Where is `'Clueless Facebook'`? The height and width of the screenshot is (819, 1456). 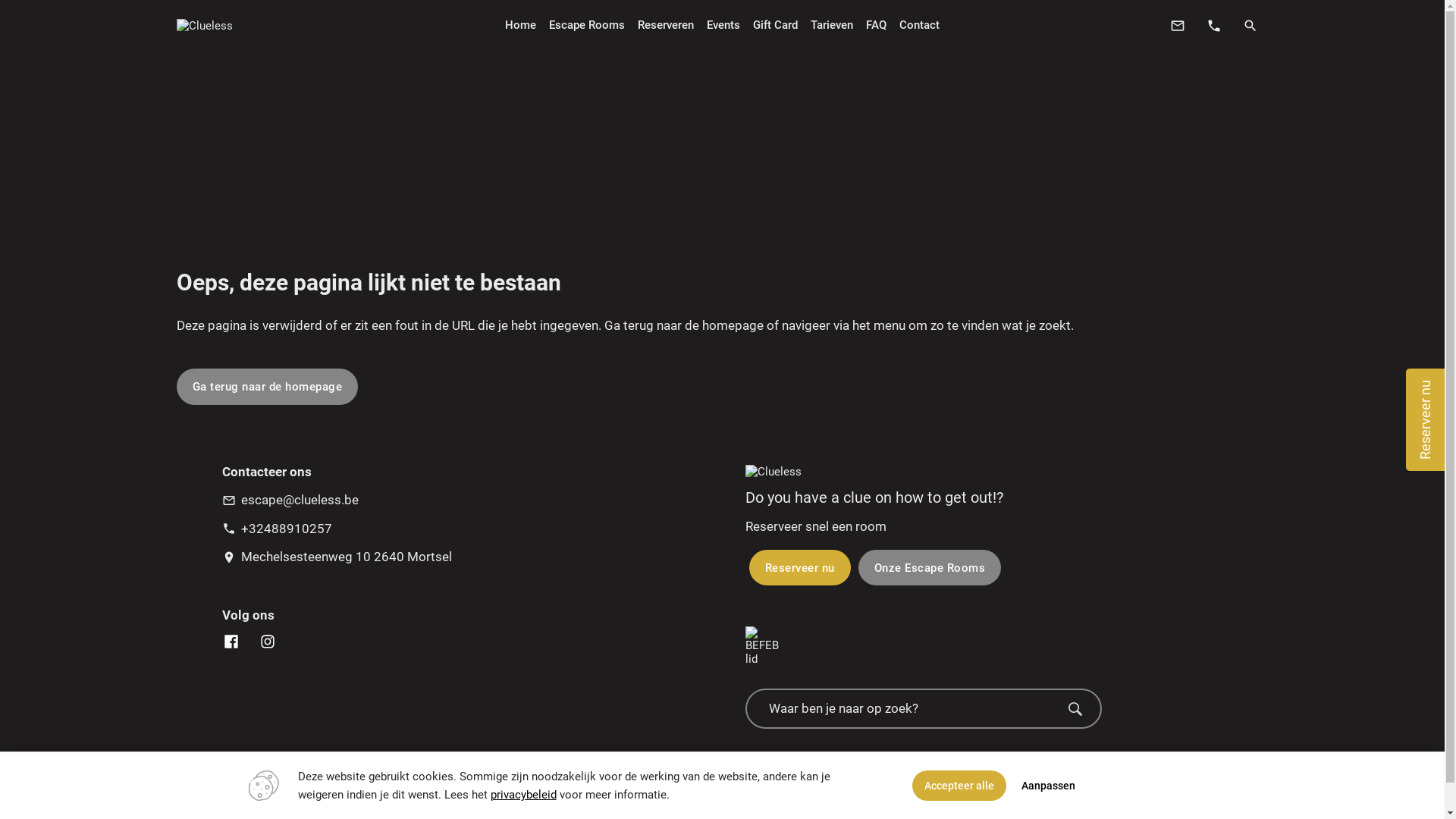 'Clueless Facebook' is located at coordinates (234, 641).